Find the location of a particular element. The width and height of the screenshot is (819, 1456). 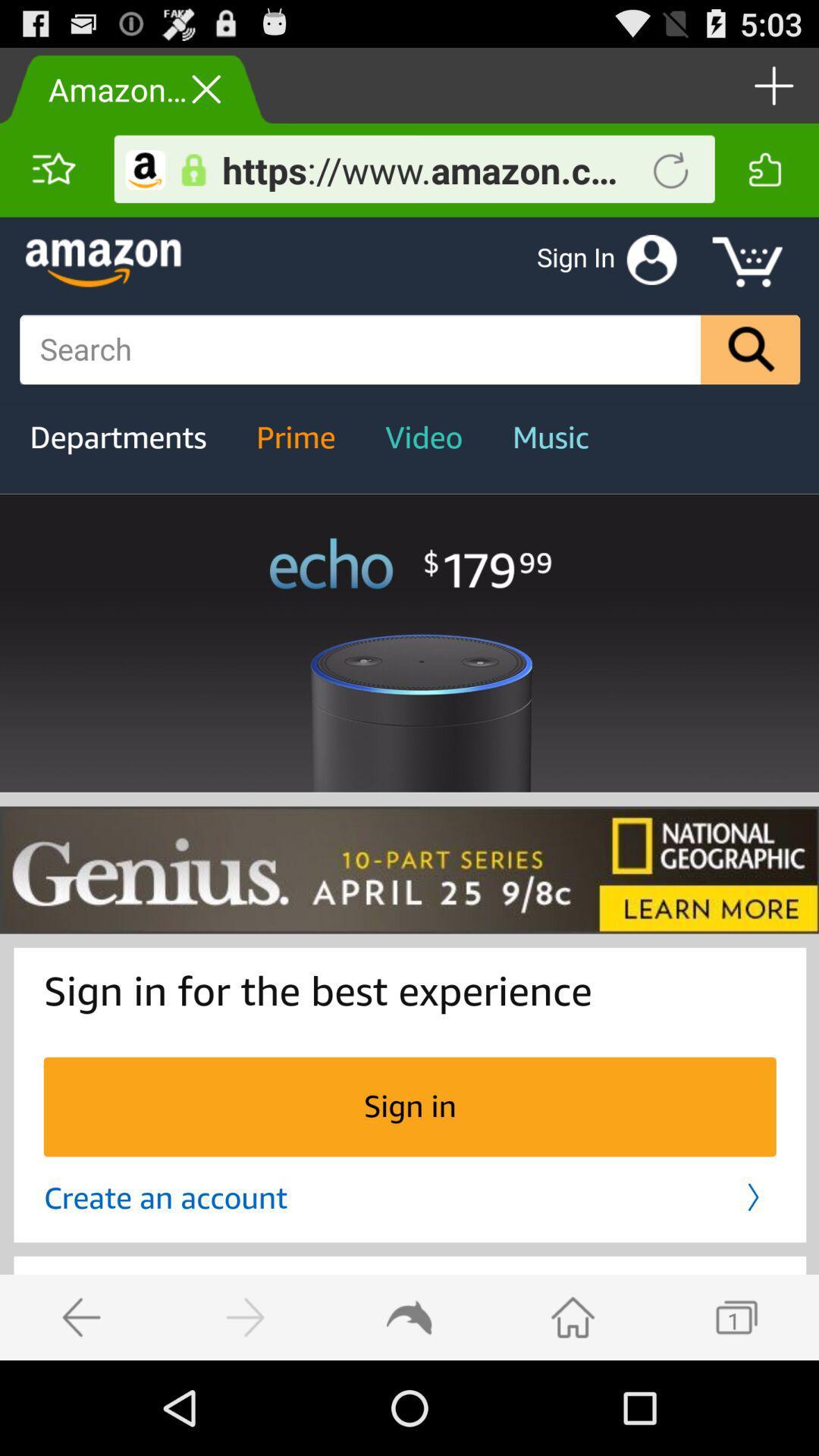

advertisement page is located at coordinates (409, 789).